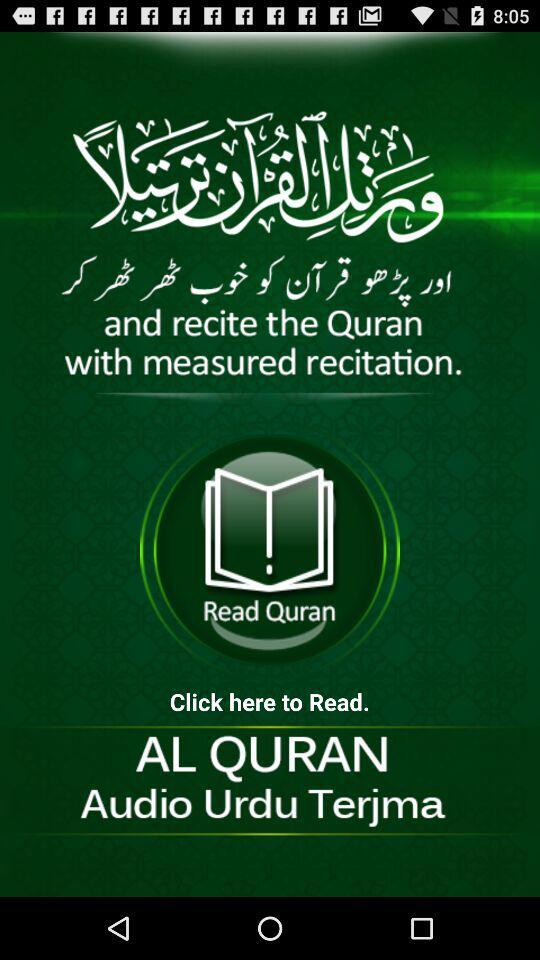 The height and width of the screenshot is (960, 540). I want to click on read quran, so click(270, 550).